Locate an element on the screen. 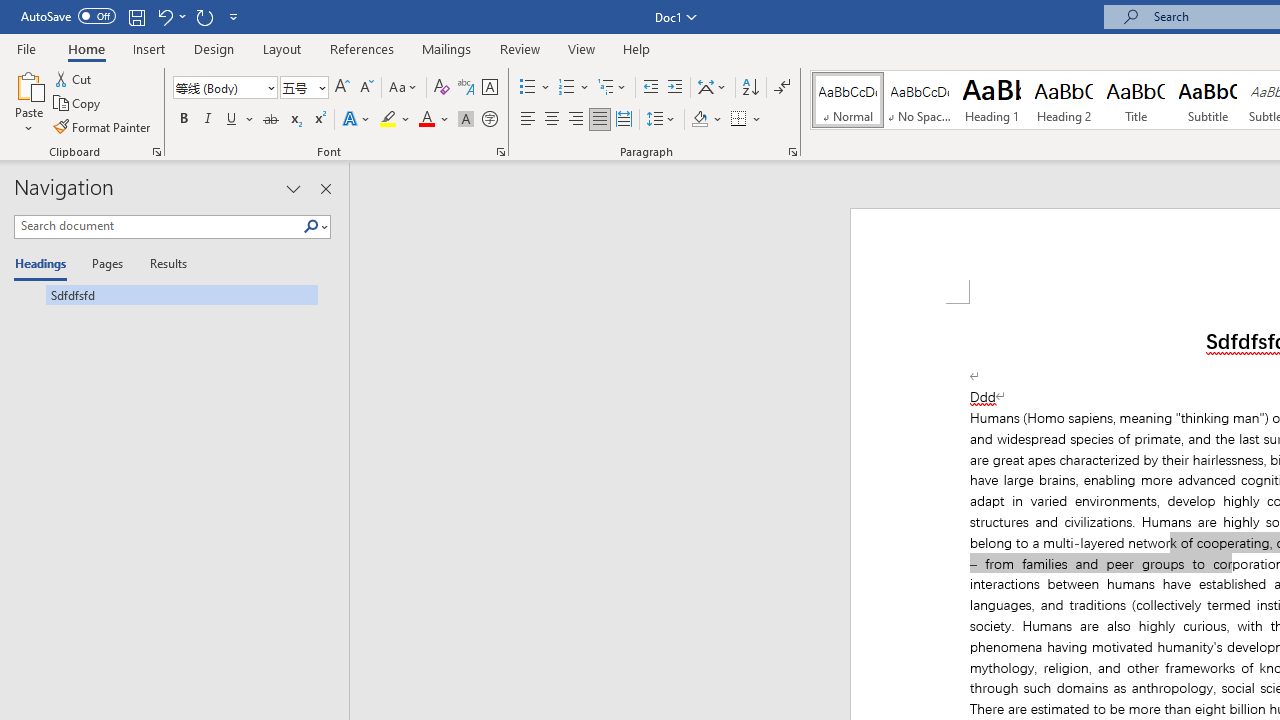 This screenshot has width=1280, height=720. 'Home' is located at coordinates (85, 48).